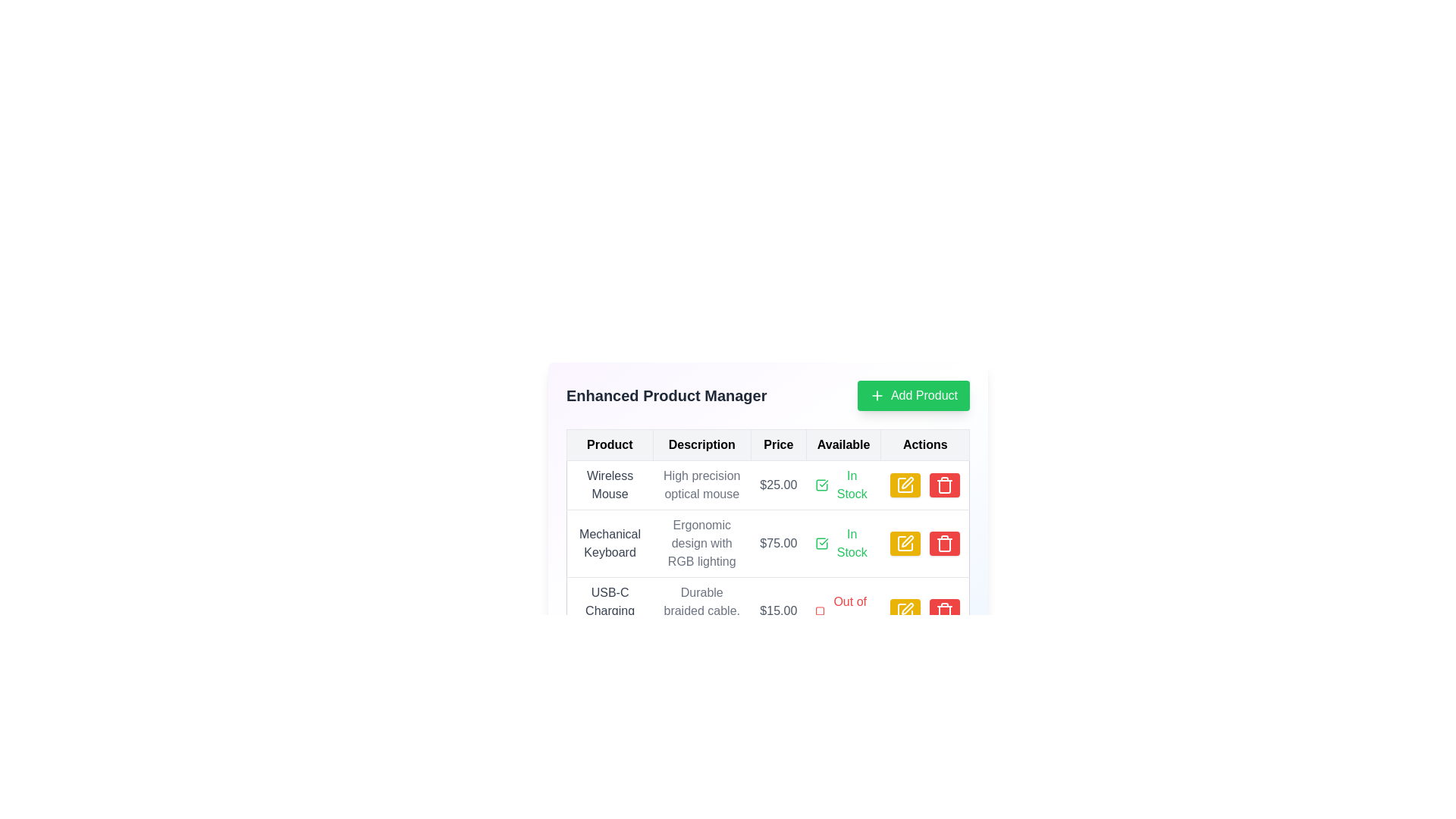  I want to click on the table header label, which is the fifth item in the header row, indicating action-related options for the column below, so click(924, 444).